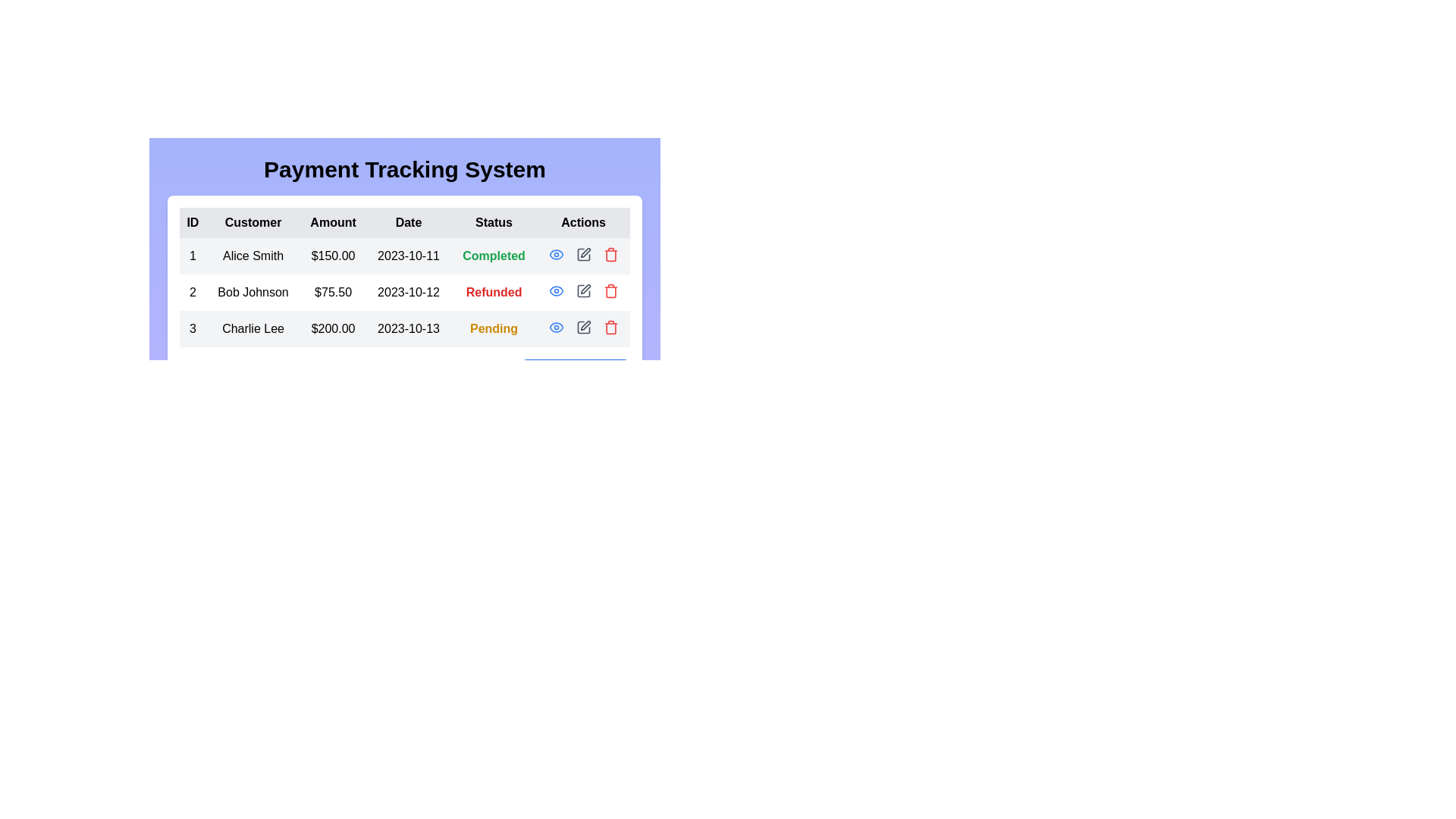 The image size is (1456, 819). I want to click on the text display element showing the amount '$150.00' in the 'Amount' column for the customer 'Alice Smith' in the payment details table, so click(332, 256).